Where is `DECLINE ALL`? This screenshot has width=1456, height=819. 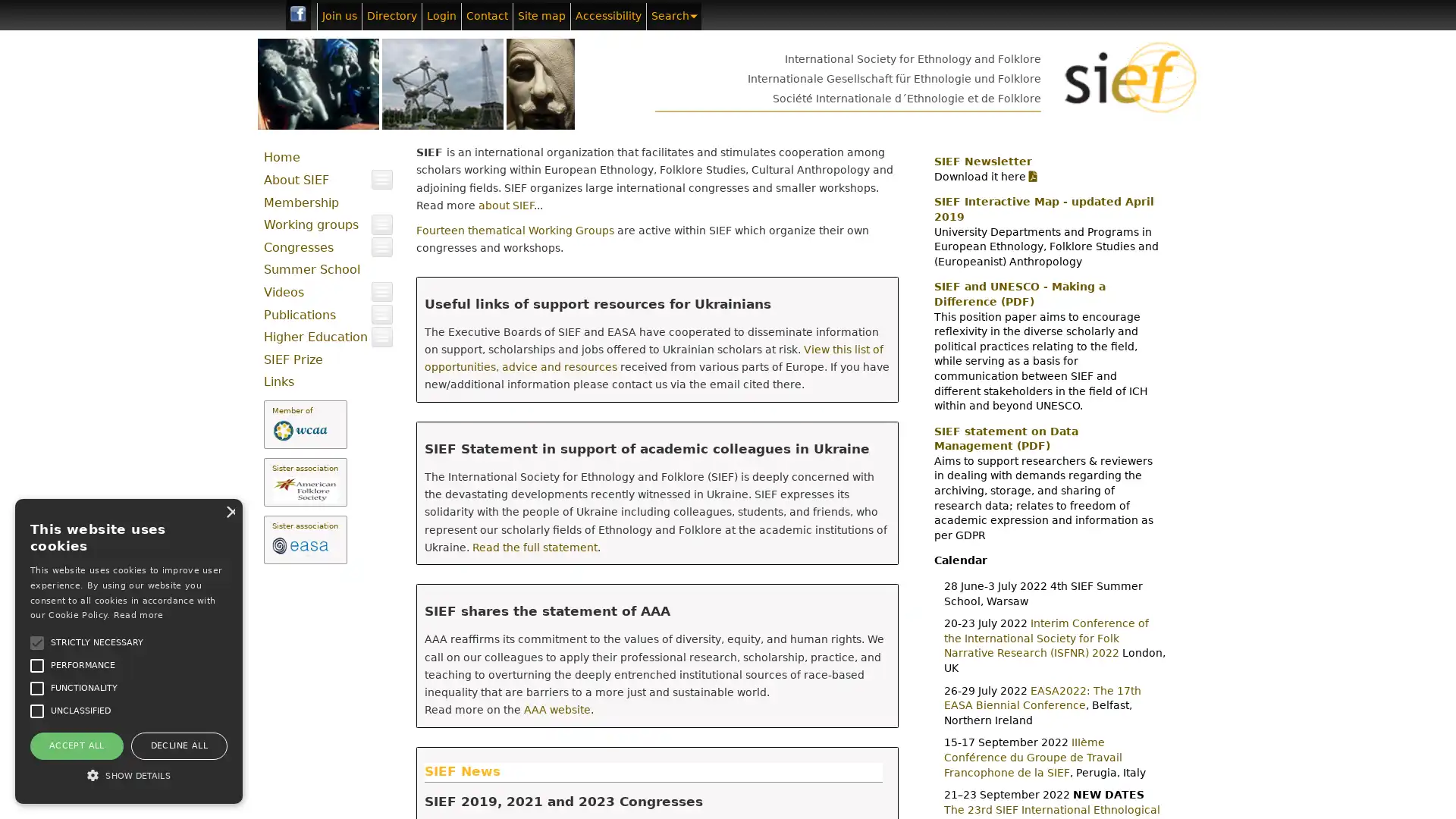
DECLINE ALL is located at coordinates (178, 745).